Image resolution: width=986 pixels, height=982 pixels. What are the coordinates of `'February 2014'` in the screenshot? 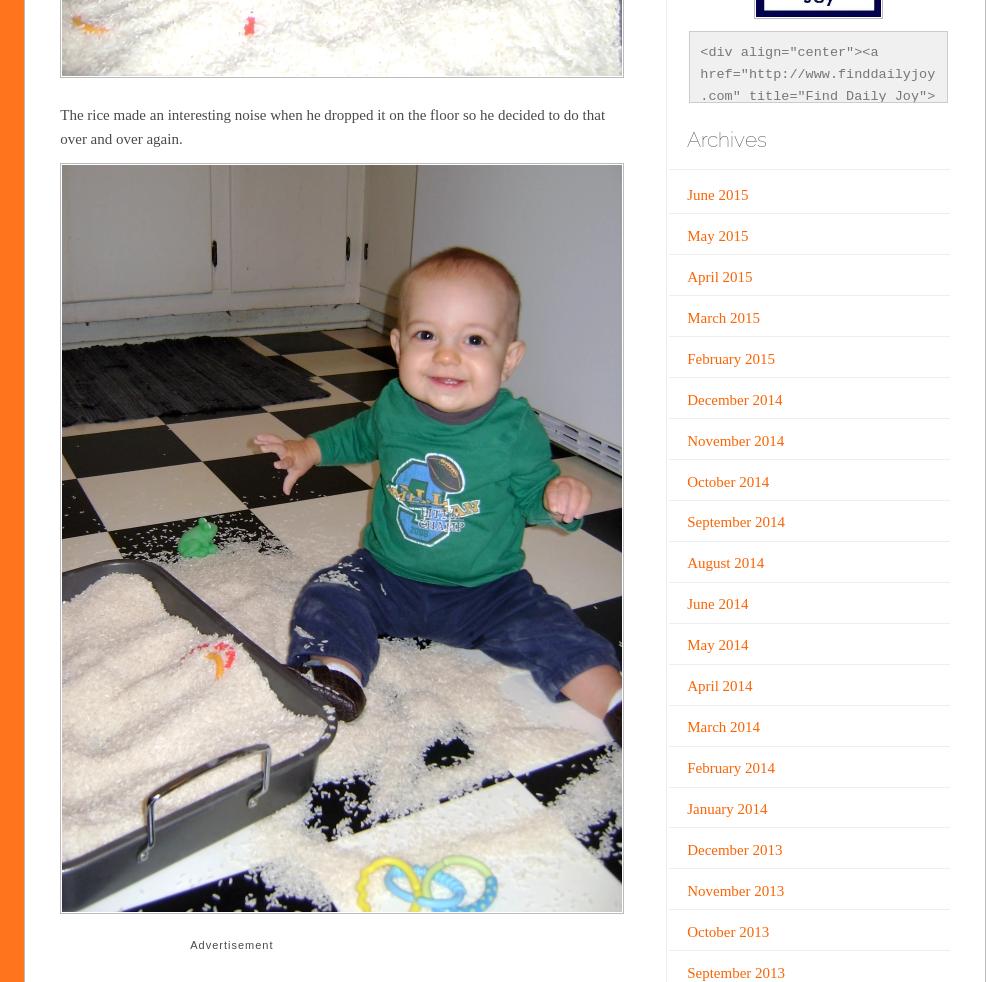 It's located at (730, 768).